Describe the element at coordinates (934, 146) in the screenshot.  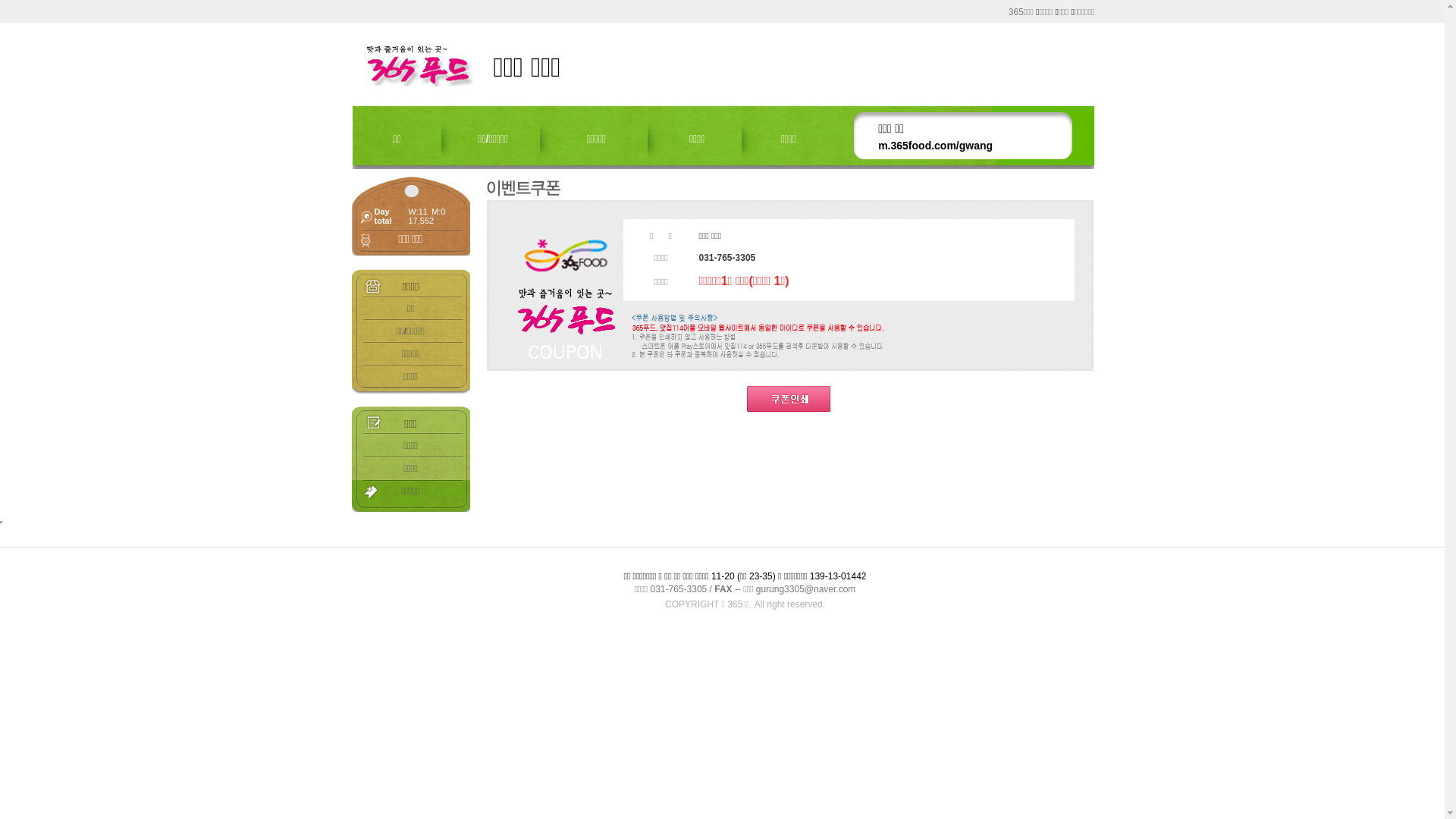
I see `'m.365food.com/gwang'` at that location.